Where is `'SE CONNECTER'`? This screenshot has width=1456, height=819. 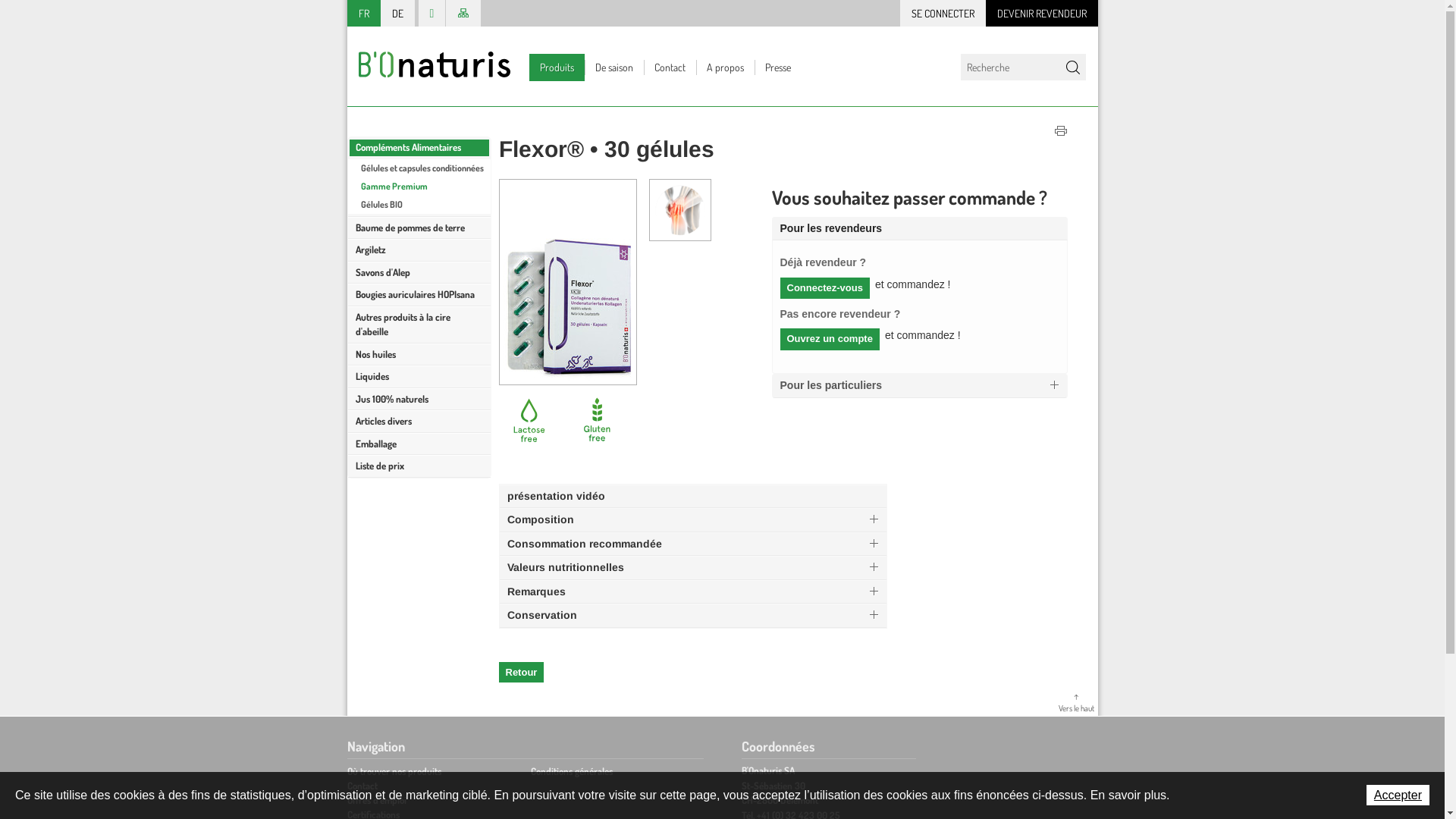
'SE CONNECTER' is located at coordinates (941, 13).